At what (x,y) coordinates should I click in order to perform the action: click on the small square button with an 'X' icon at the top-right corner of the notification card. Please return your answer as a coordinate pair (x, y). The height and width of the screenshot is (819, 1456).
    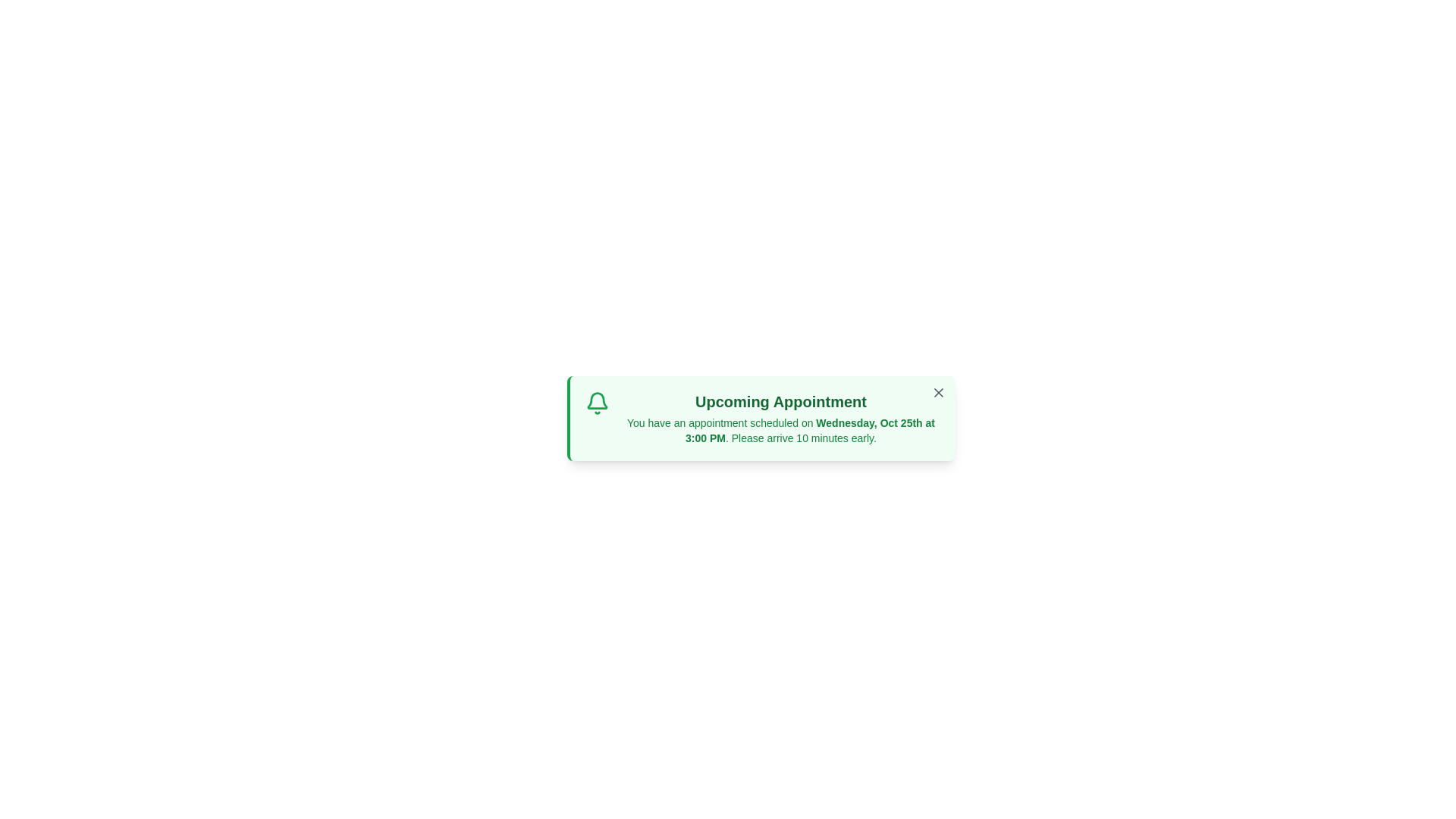
    Looking at the image, I should click on (938, 391).